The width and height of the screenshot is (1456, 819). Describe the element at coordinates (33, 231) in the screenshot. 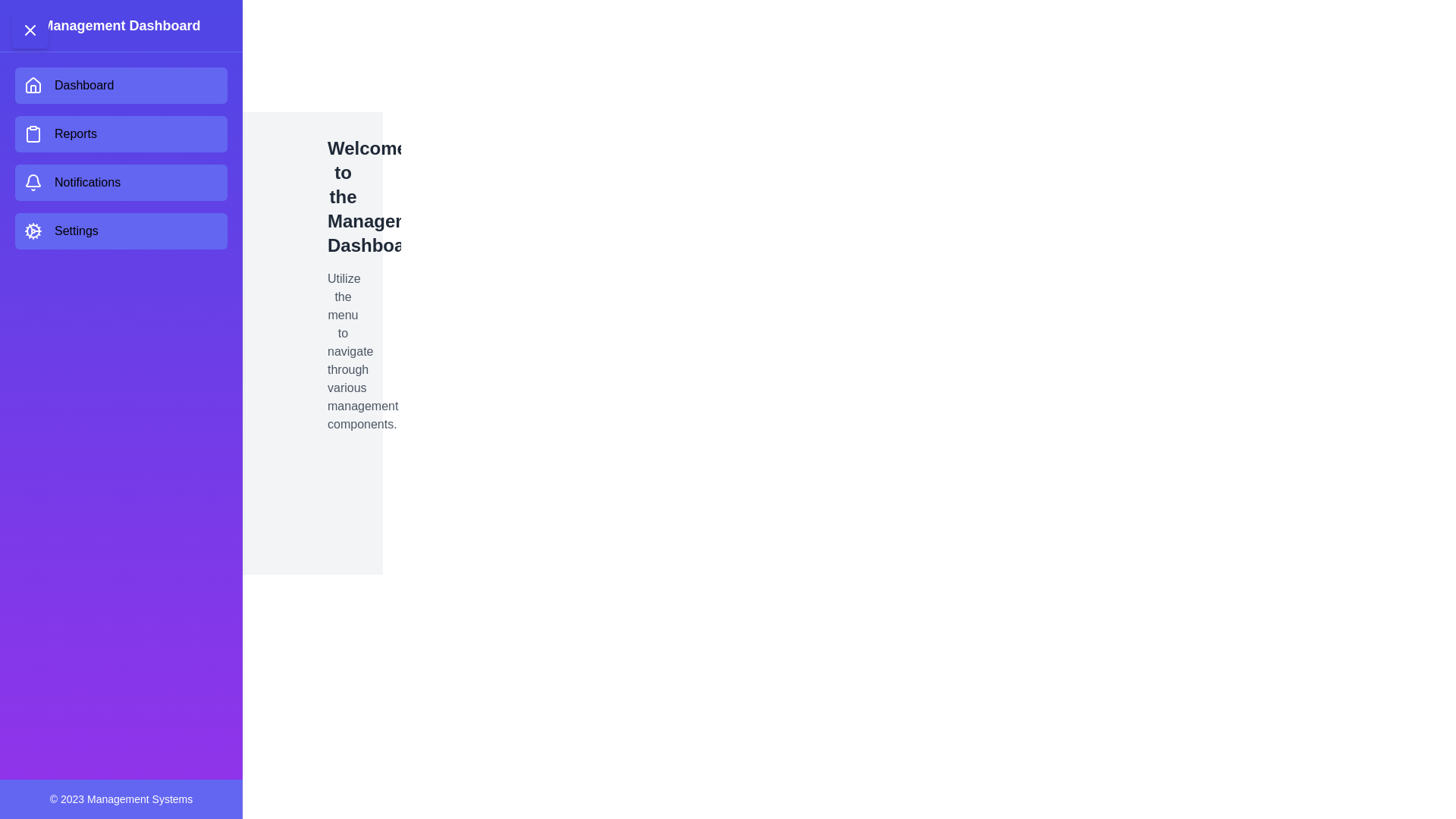

I see `the innermost circular part of the cog icon located in the settings menu` at that location.